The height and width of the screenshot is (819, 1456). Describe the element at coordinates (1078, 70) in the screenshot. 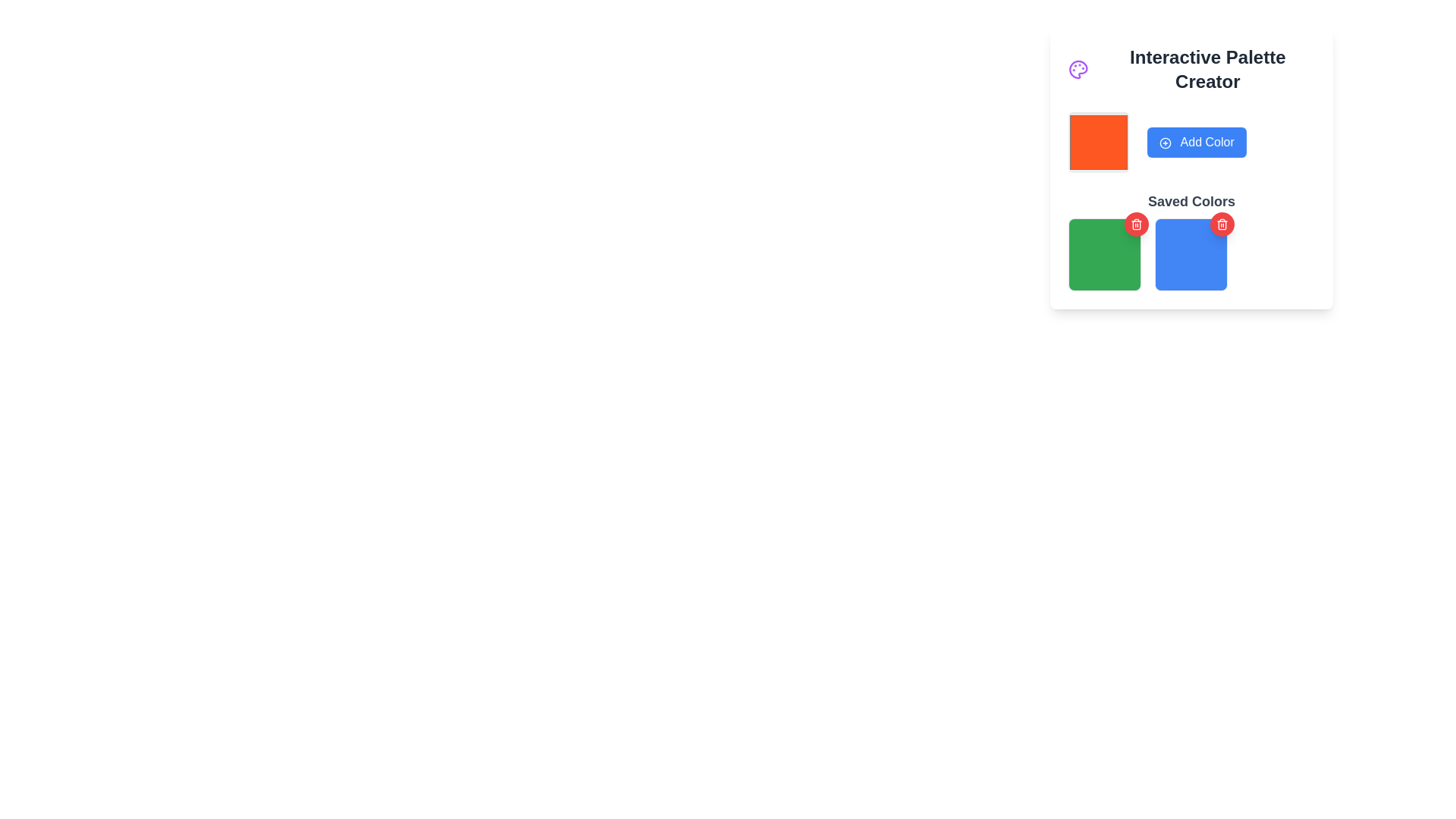

I see `the purple painter's palette icon located to the left of the 'Interactive Palette Creator' heading` at that location.